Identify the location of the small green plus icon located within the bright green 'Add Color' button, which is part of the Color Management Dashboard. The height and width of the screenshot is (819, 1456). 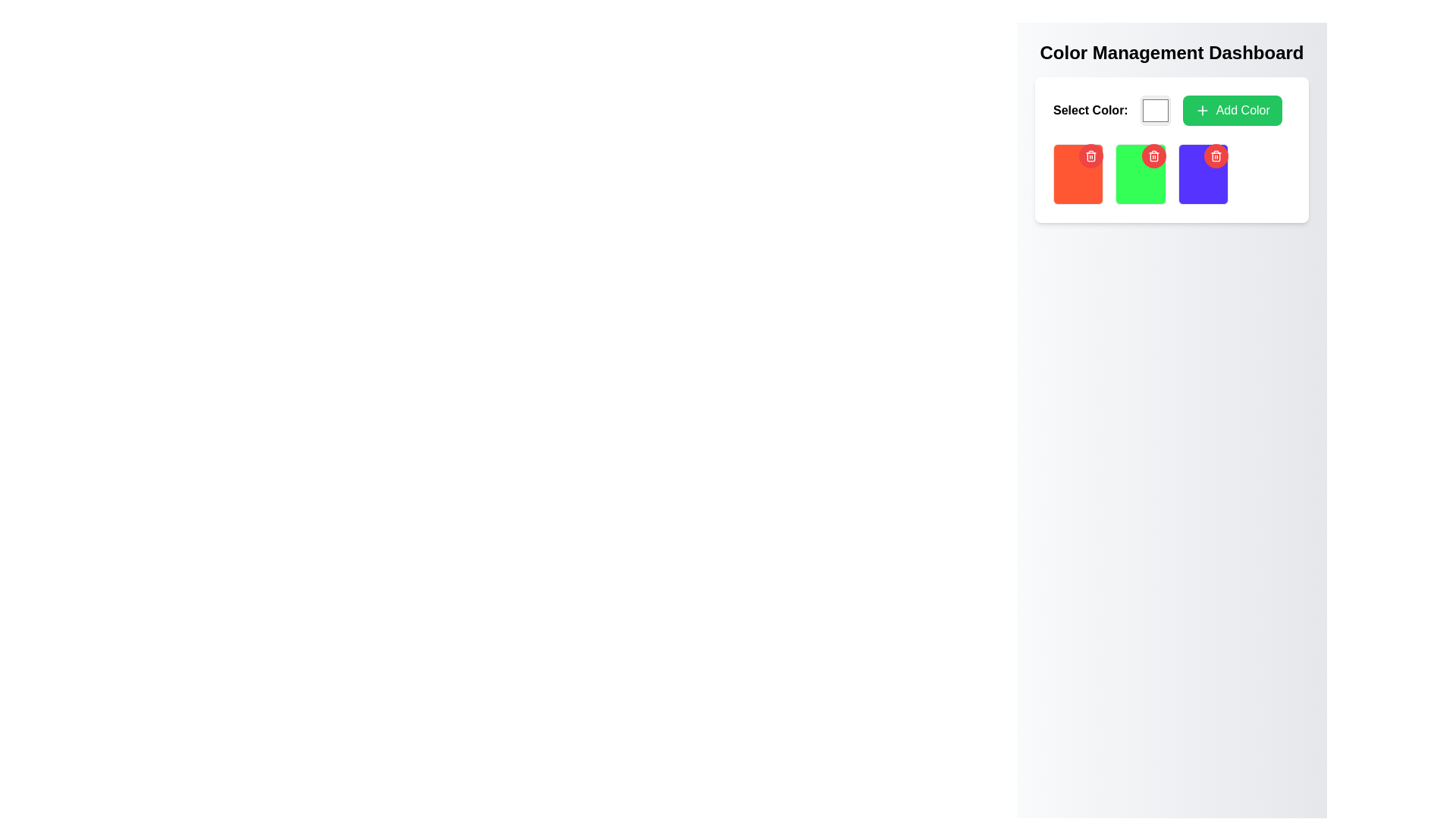
(1201, 110).